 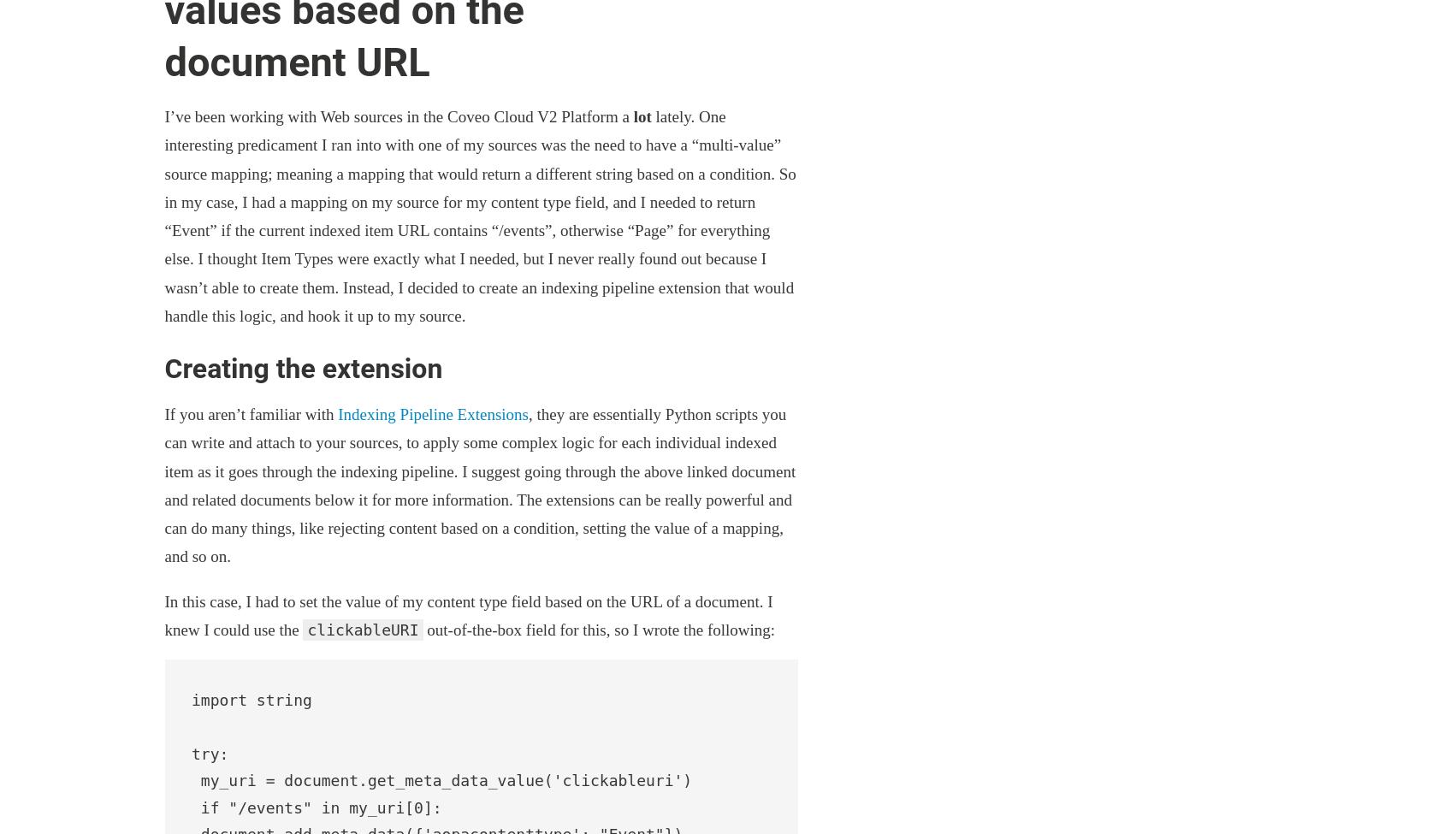 What do you see at coordinates (432, 414) in the screenshot?
I see `'Indexing Pipeline Extensions'` at bounding box center [432, 414].